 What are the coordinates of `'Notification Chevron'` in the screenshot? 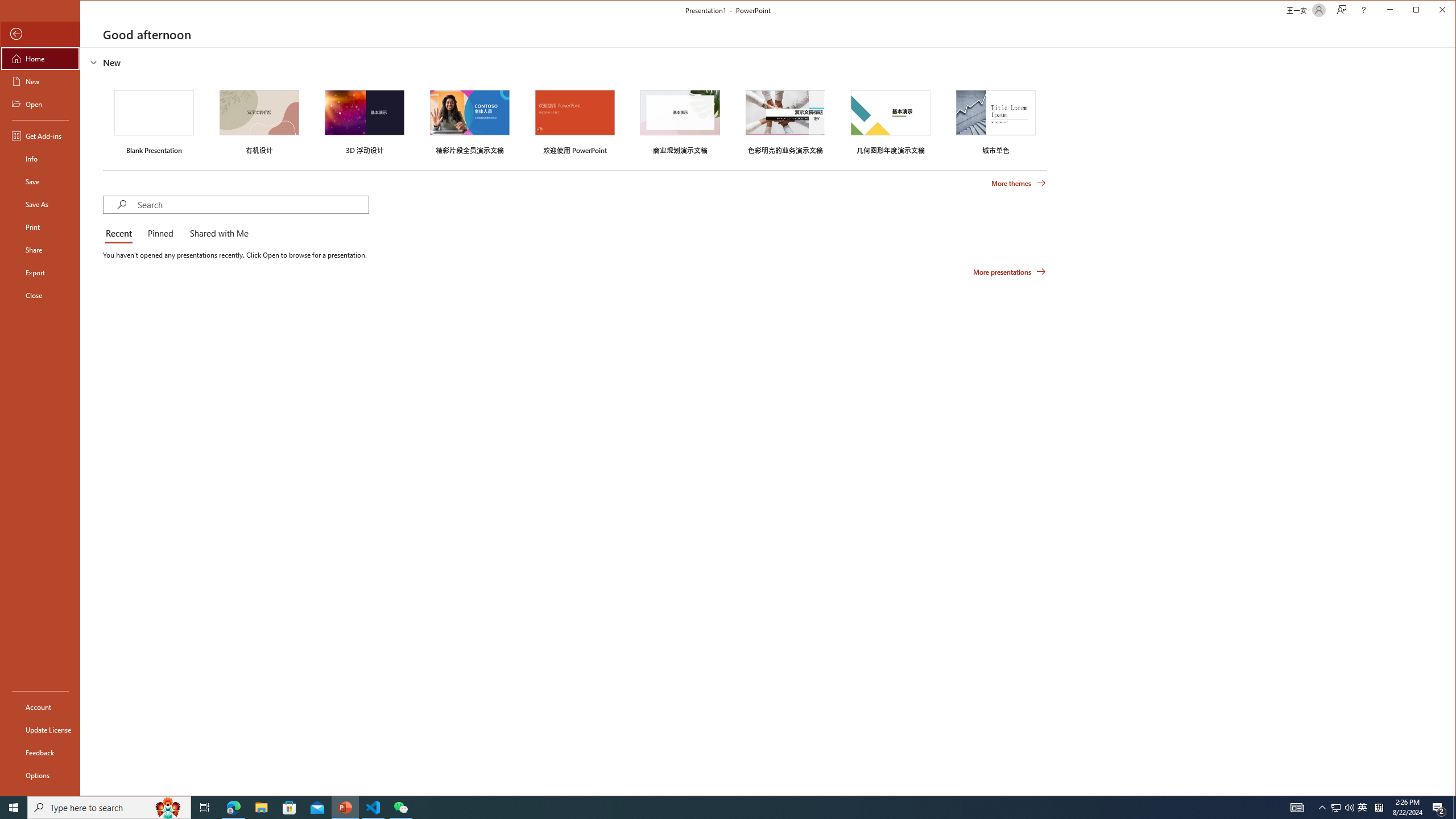 It's located at (1322, 806).